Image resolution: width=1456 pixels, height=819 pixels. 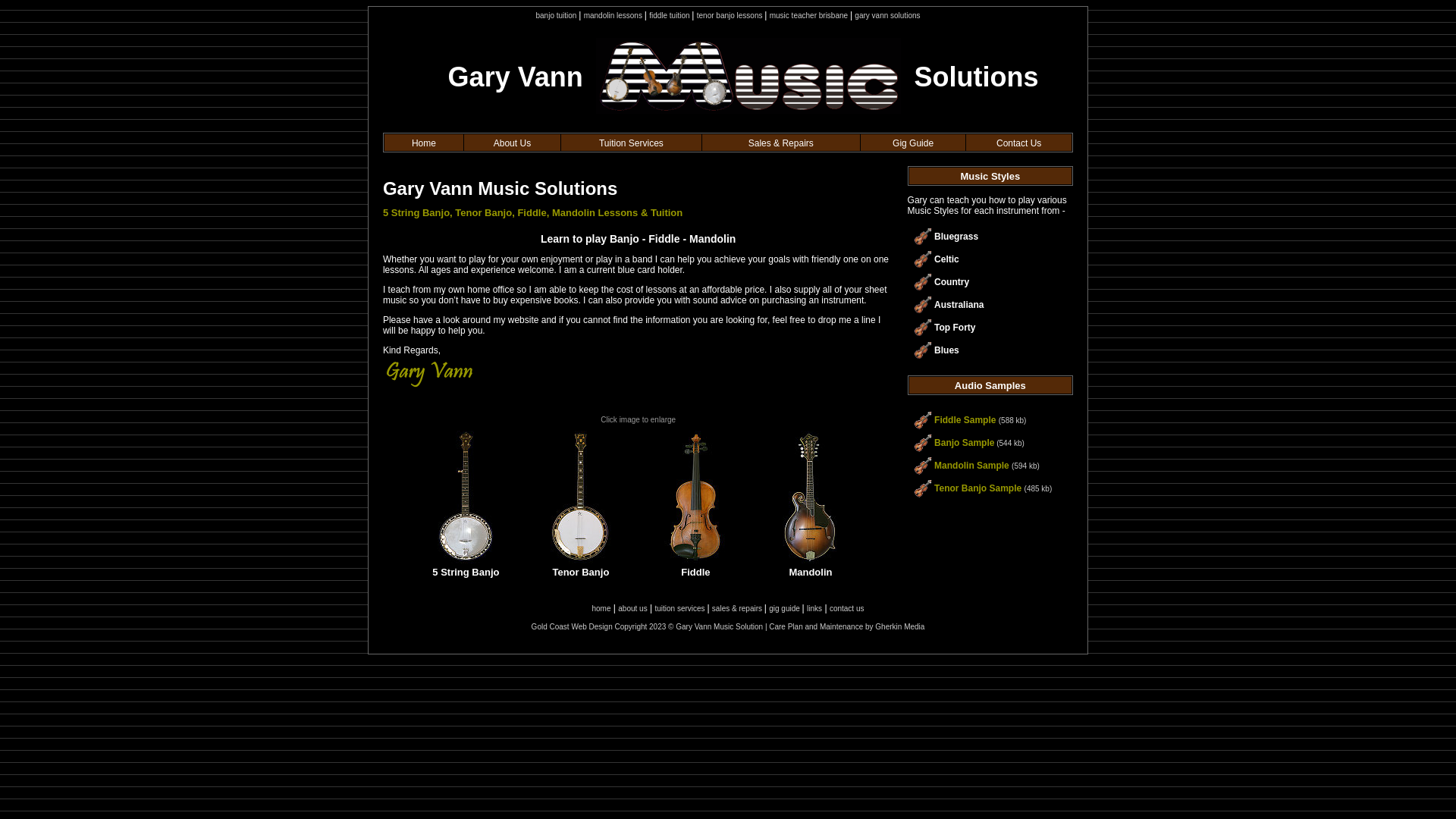 I want to click on 'tuition services', so click(x=679, y=607).